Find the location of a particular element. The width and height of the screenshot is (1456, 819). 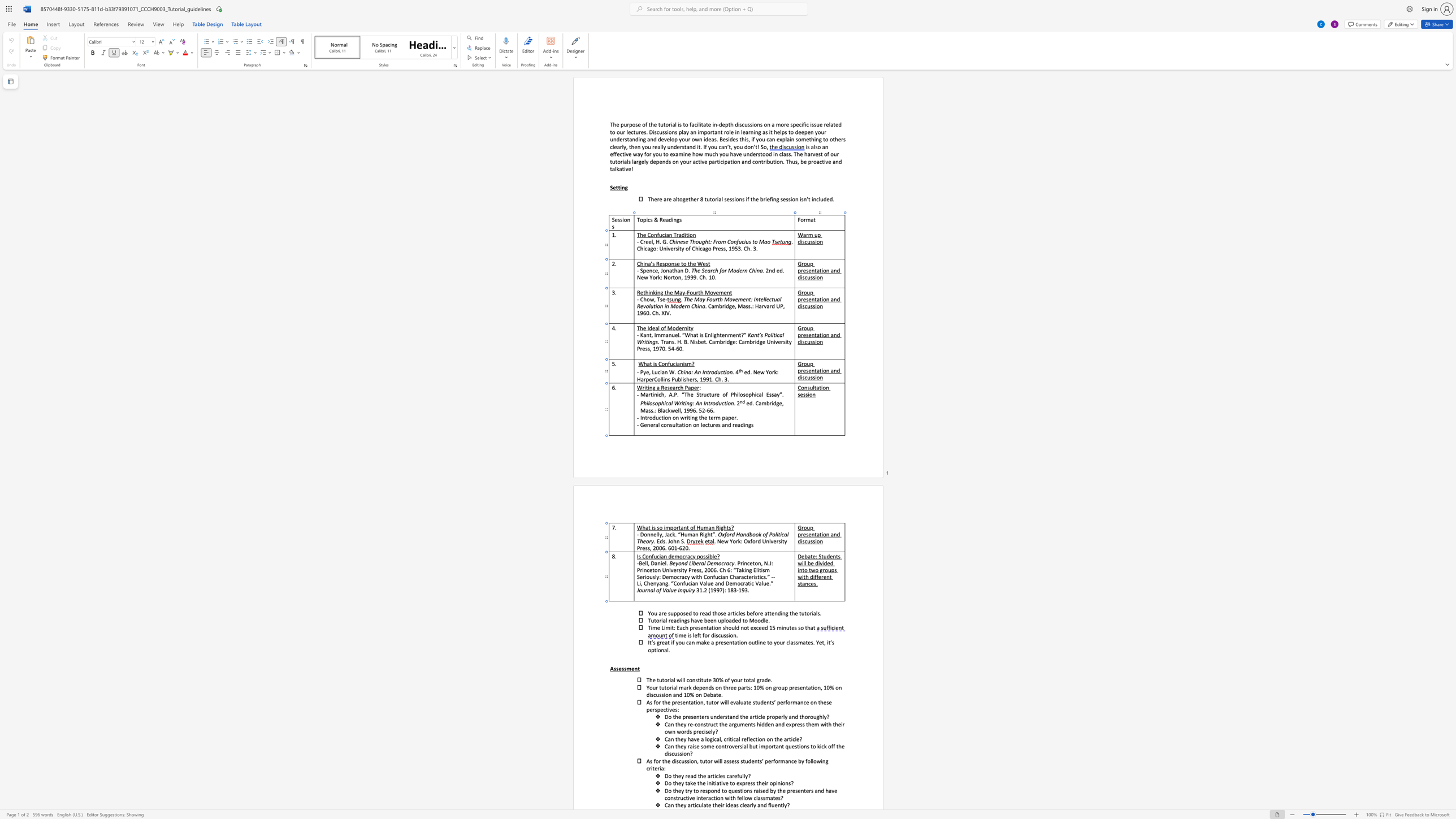

the 4th character "i" in the text is located at coordinates (681, 570).